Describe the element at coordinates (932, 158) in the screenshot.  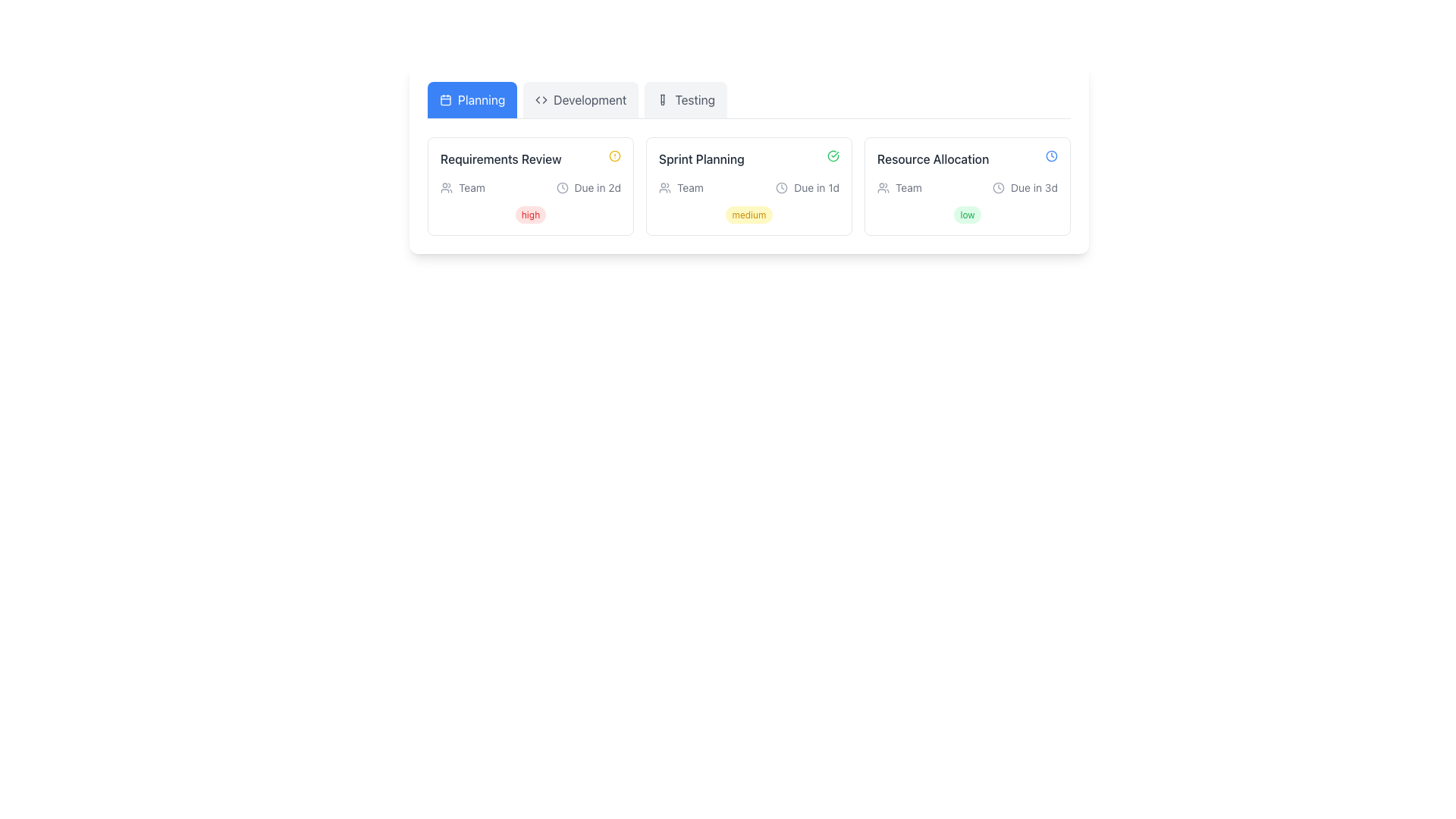
I see `the text label located at the top-right corner of the card, which serves as the title or label for the section` at that location.